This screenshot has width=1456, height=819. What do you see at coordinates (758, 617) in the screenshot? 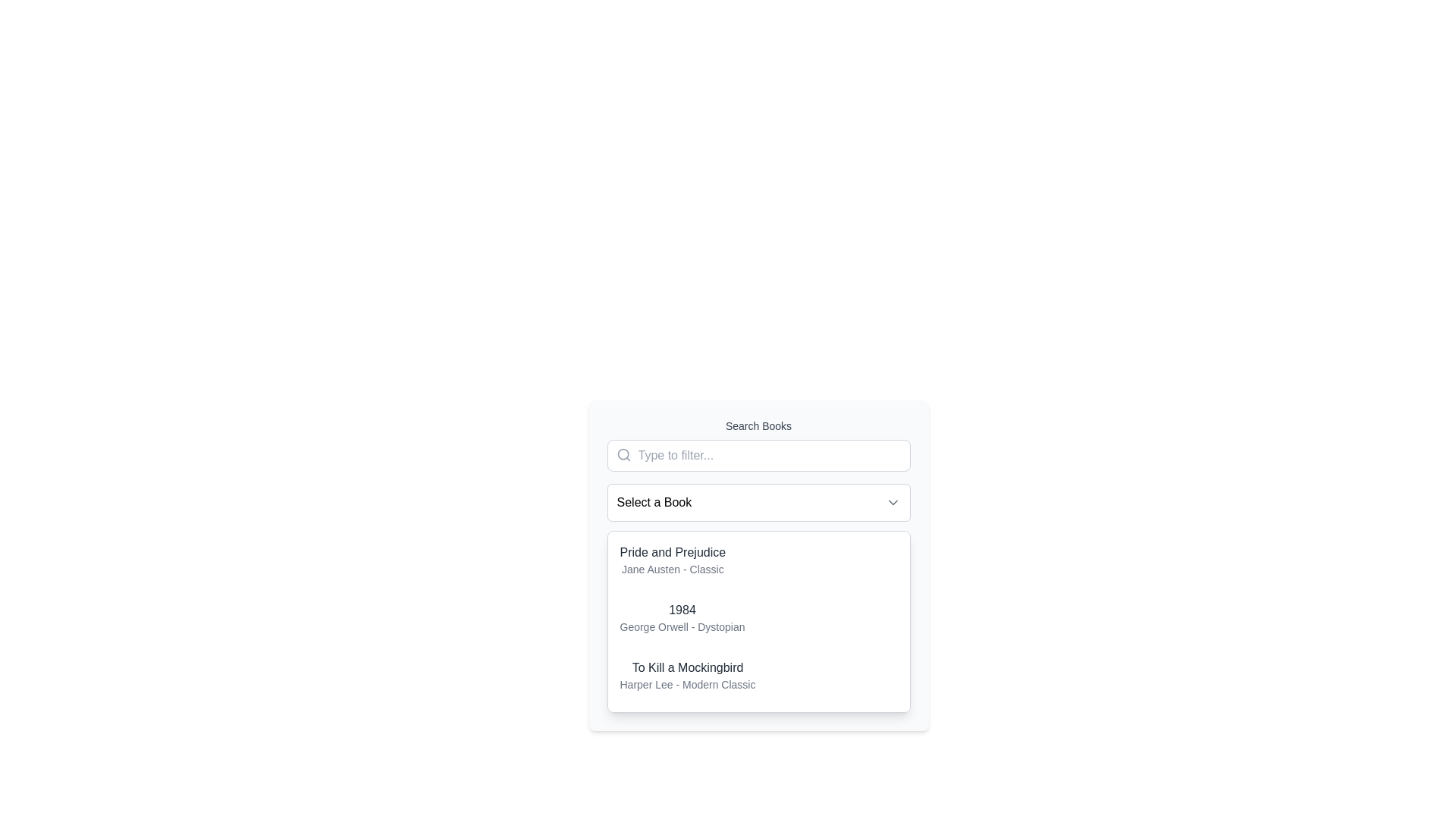
I see `the second book title in the dropdown menu, which is positioned between 'Pride and Prejudice, Jane Austen - Classic' and 'To Kill a Mockingbird, Harper Lee - Modern Classic'` at bounding box center [758, 617].